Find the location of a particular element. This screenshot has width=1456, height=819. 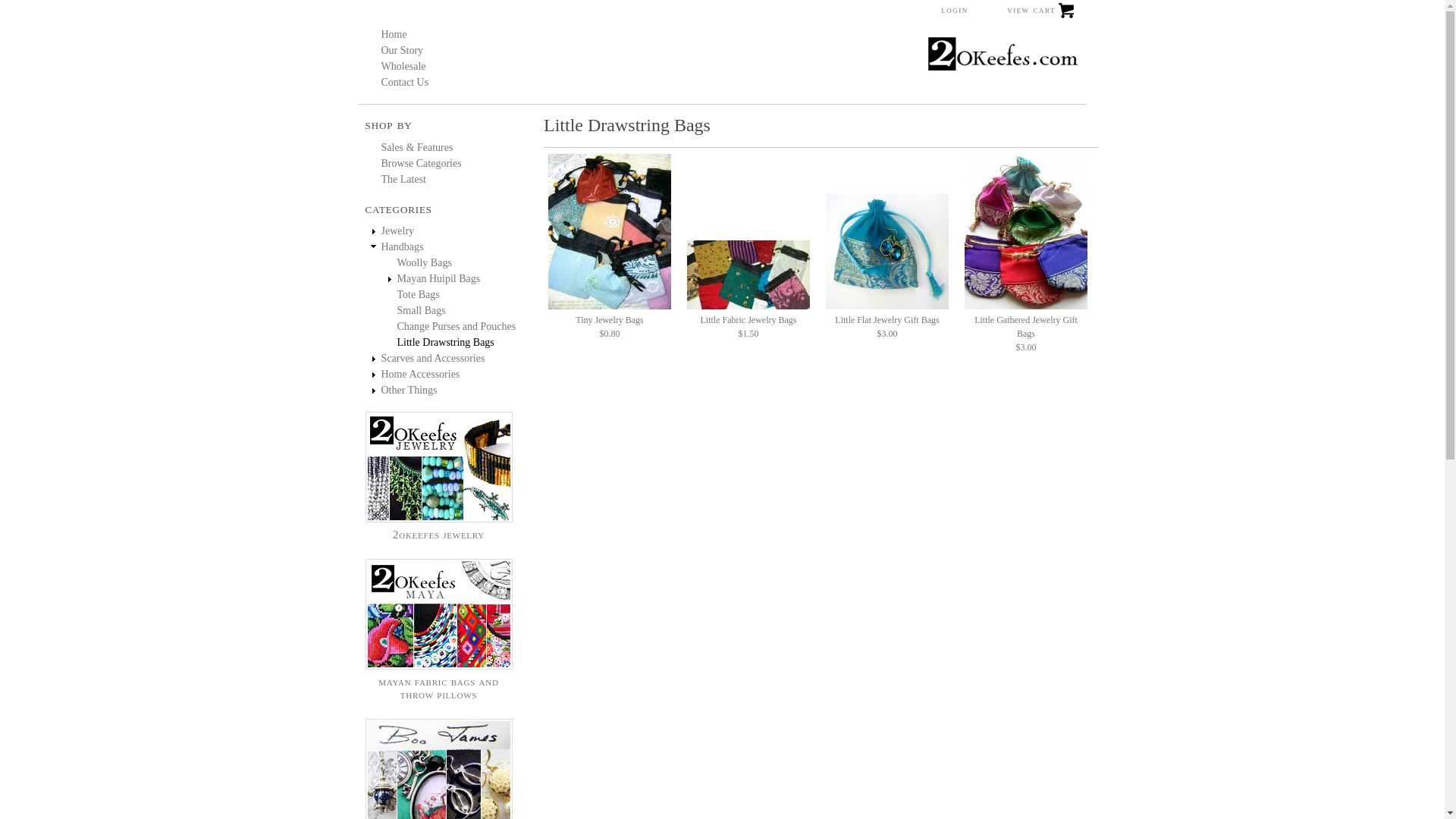

'Little Flat Jewelry Gift Bags is located at coordinates (887, 320).